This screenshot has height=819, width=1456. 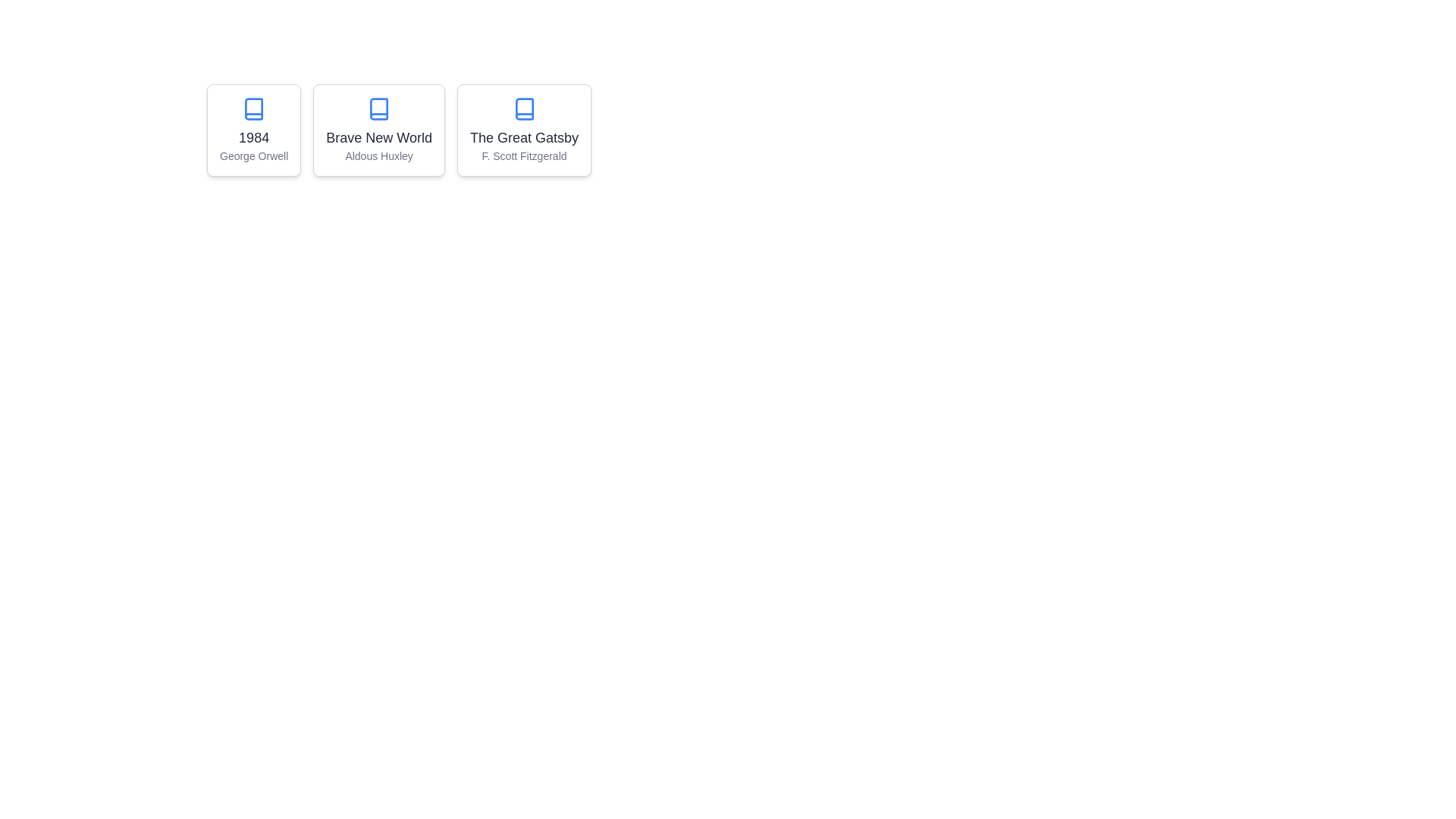 What do you see at coordinates (379, 108) in the screenshot?
I see `the second book icon in a row of three, positioned above the text 'Brave New World' and 'Aldous Huxley'` at bounding box center [379, 108].